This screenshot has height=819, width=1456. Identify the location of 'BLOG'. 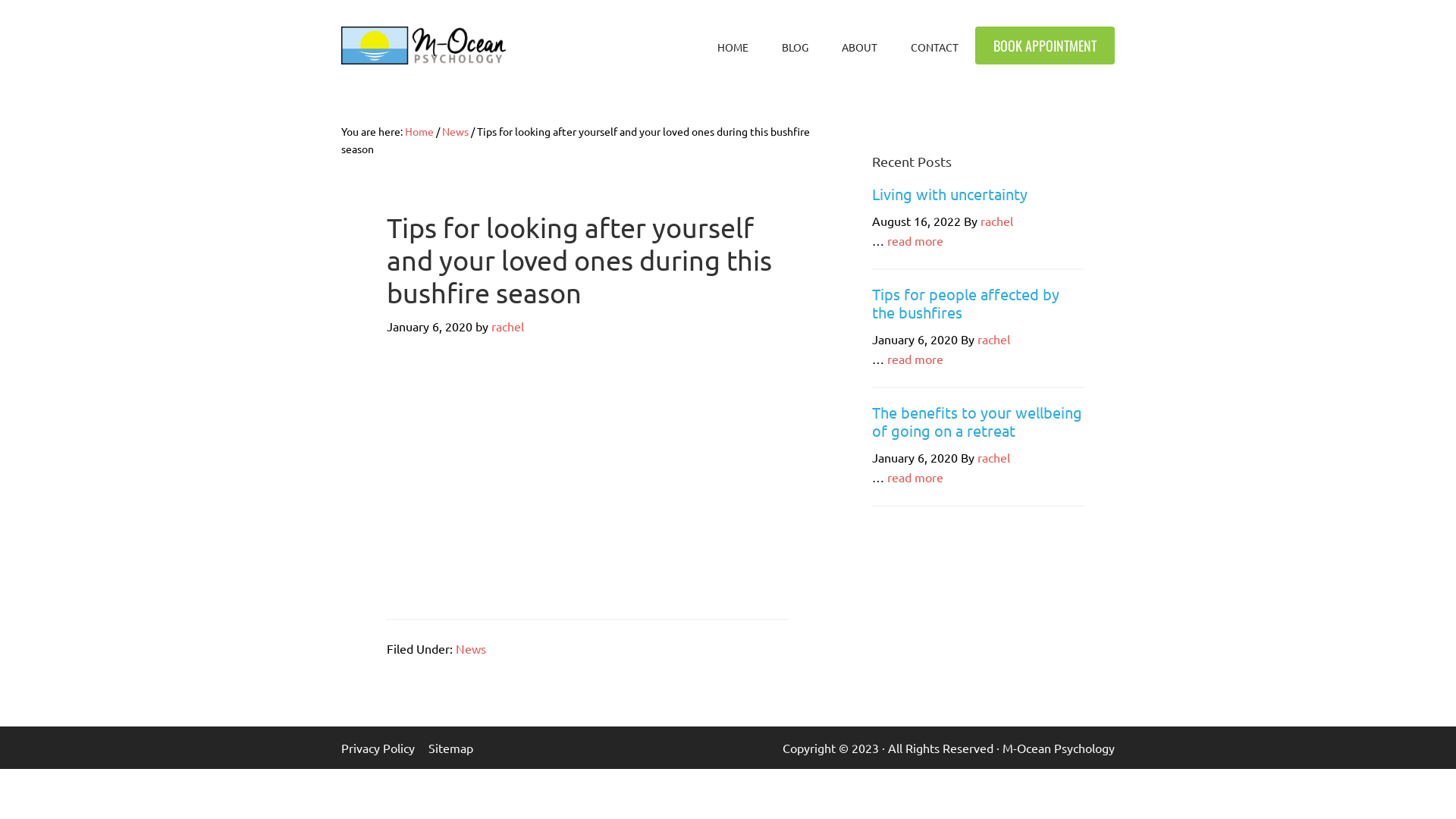
(794, 45).